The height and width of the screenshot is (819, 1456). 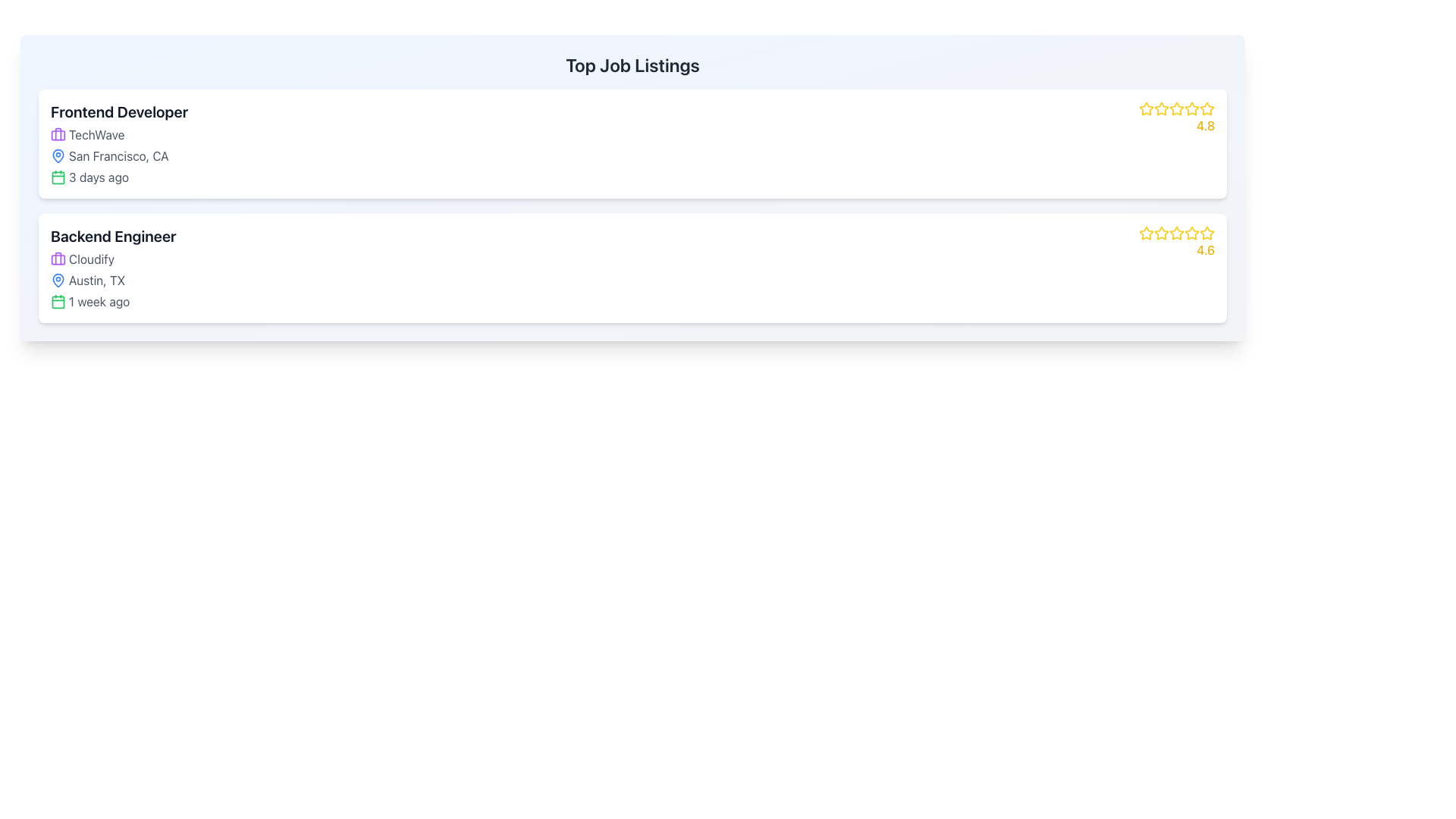 What do you see at coordinates (112, 301) in the screenshot?
I see `textual descriptor '1 week ago' which is styled in gray and is accompanied by a green calendar icon, located below the job listing for 'Backend Engineer'` at bounding box center [112, 301].